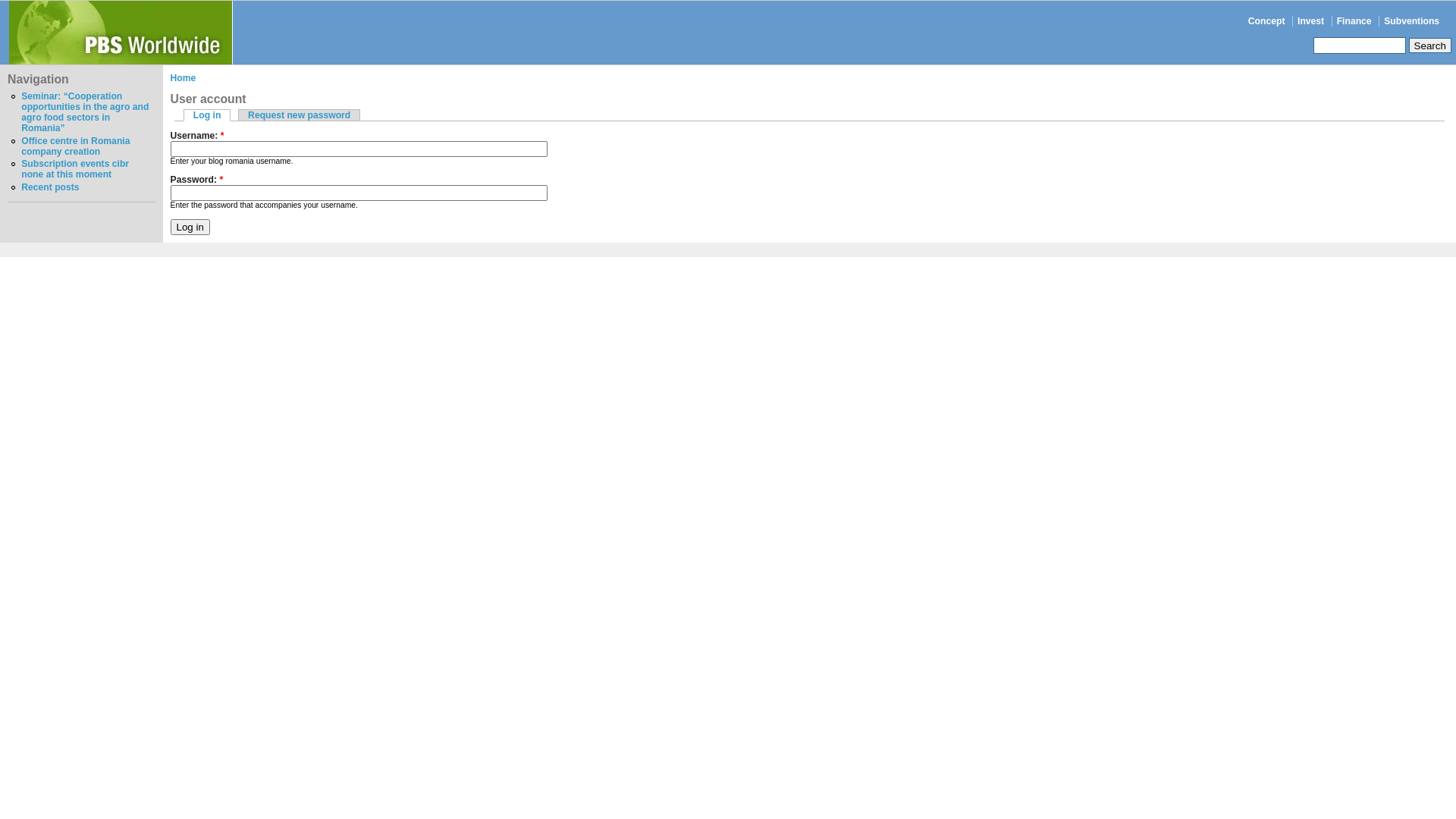  Describe the element at coordinates (1410, 20) in the screenshot. I see `'Subventions'` at that location.